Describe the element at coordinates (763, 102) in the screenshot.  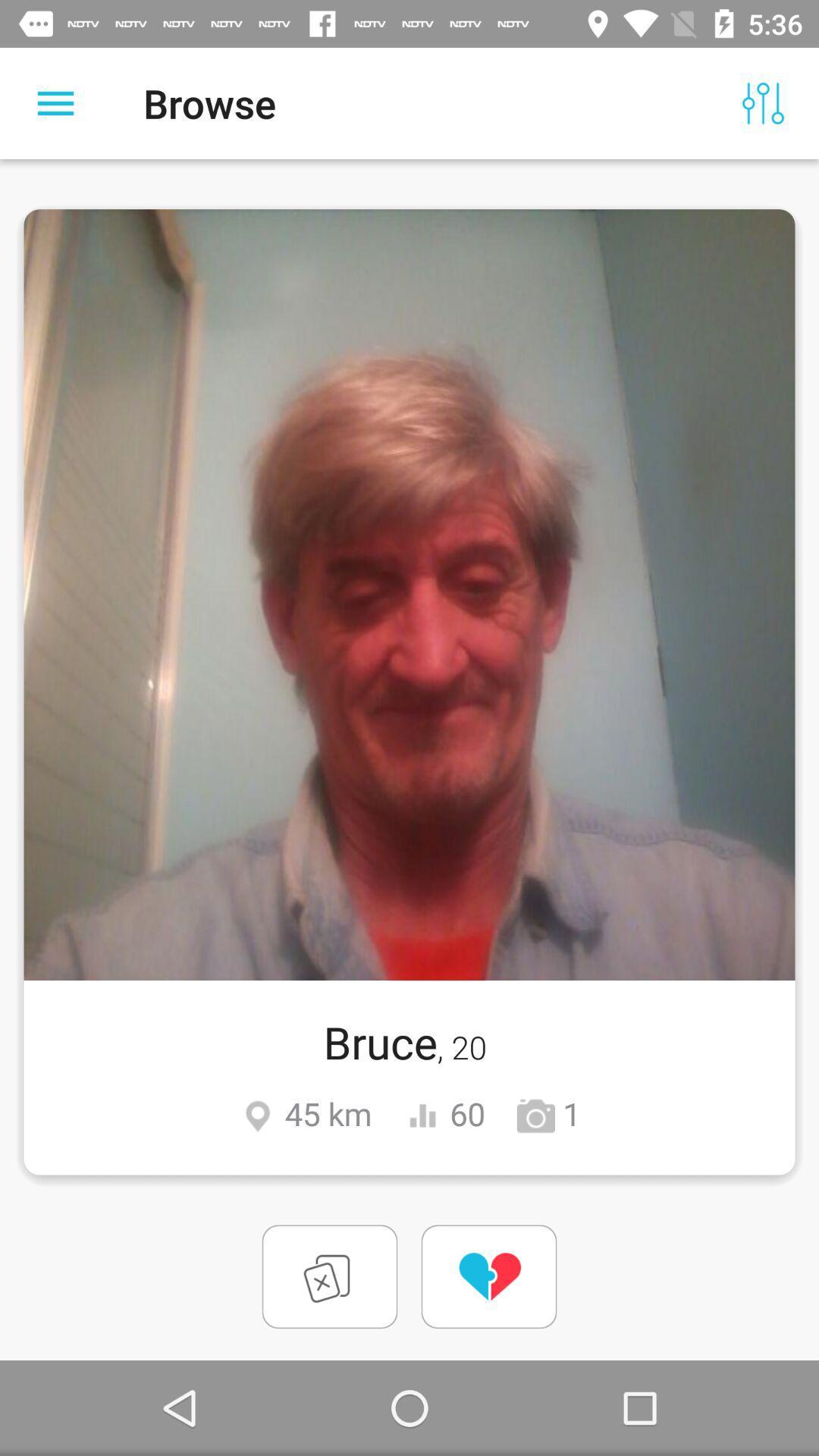
I see `item to the right of browse item` at that location.